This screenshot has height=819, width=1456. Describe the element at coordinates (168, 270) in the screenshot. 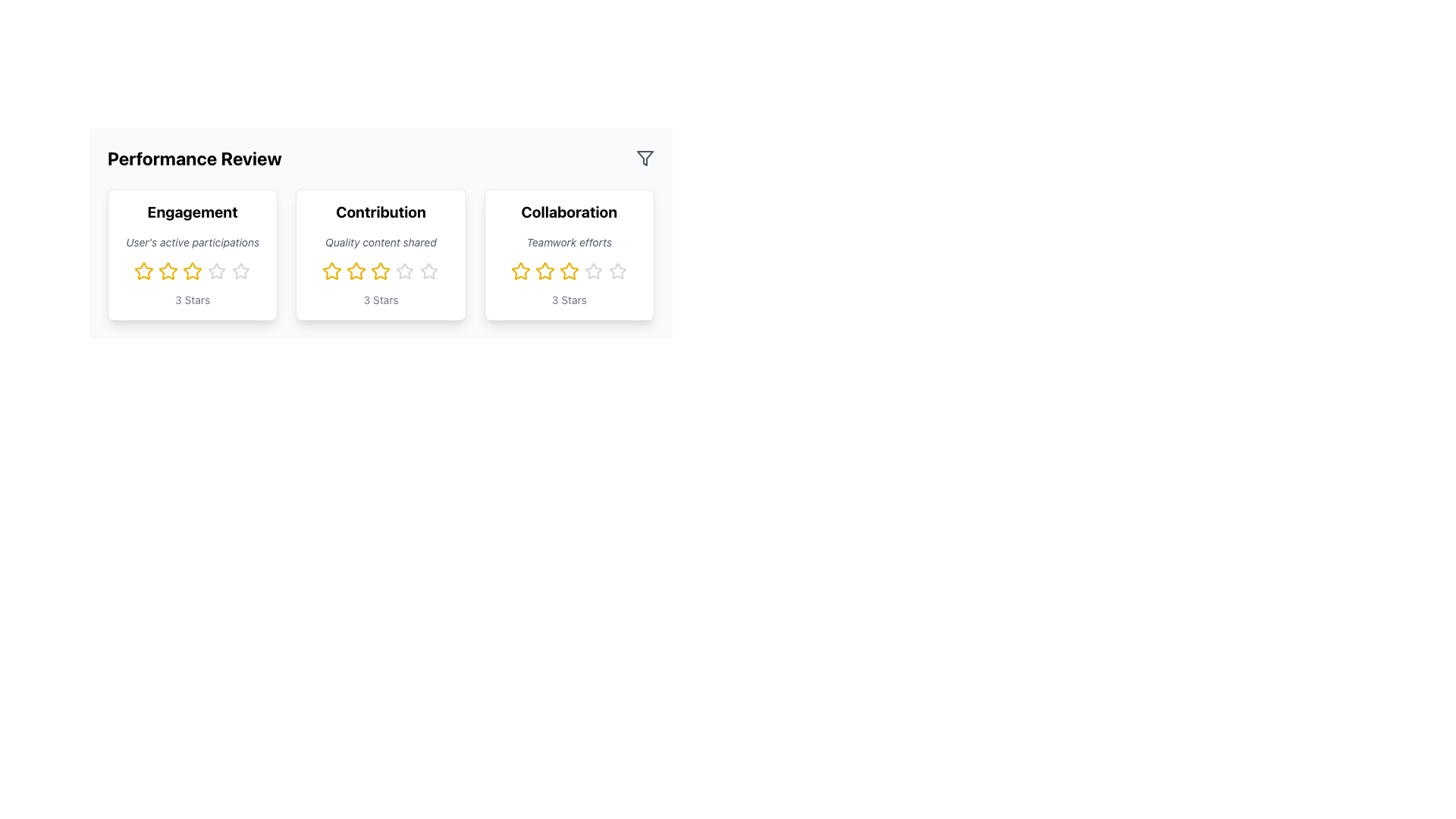

I see `the second star in the interactive rating system under the 'Engagement' criterion` at that location.